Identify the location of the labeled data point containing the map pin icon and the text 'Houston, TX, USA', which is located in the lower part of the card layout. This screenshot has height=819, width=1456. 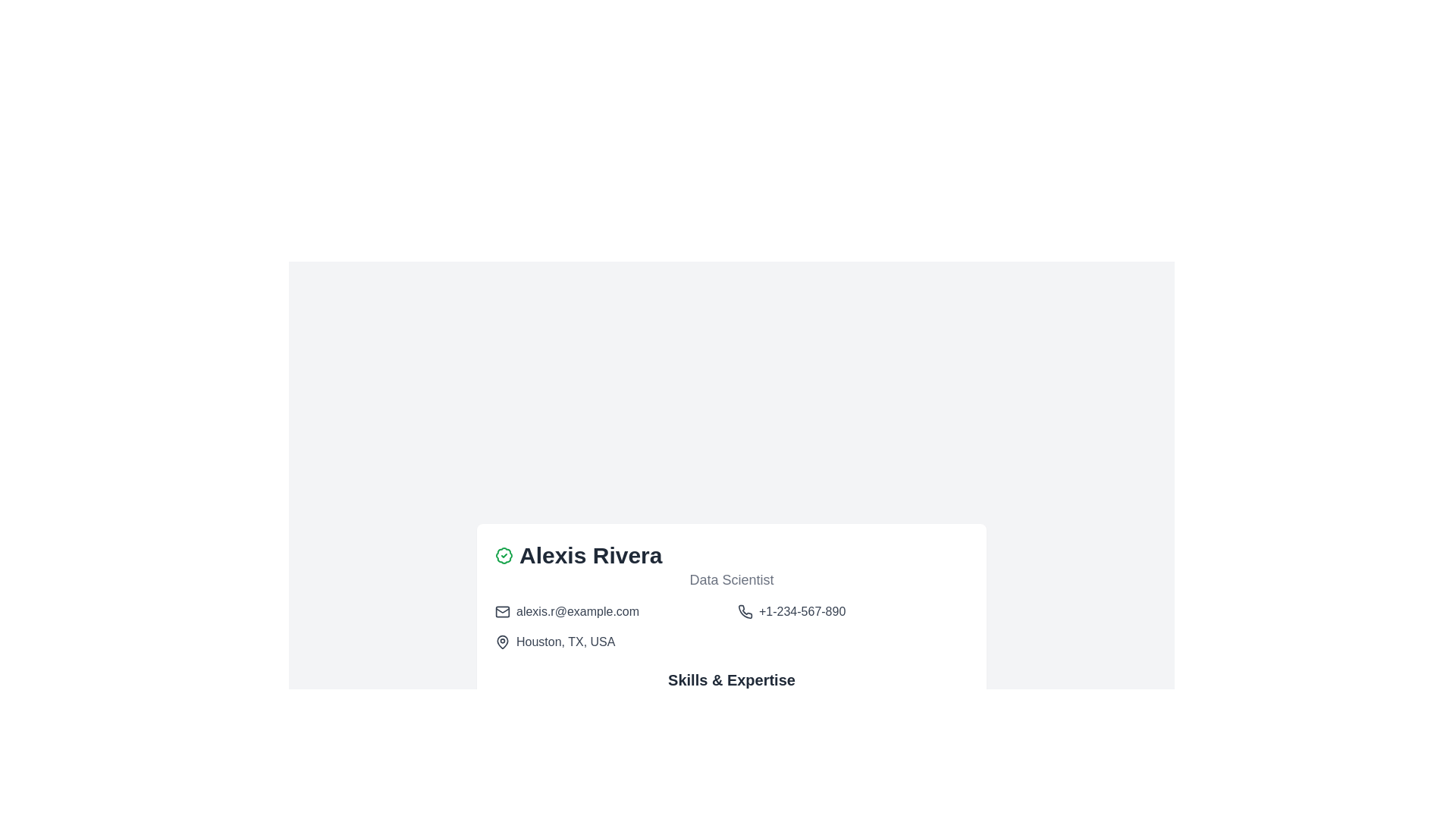
(610, 642).